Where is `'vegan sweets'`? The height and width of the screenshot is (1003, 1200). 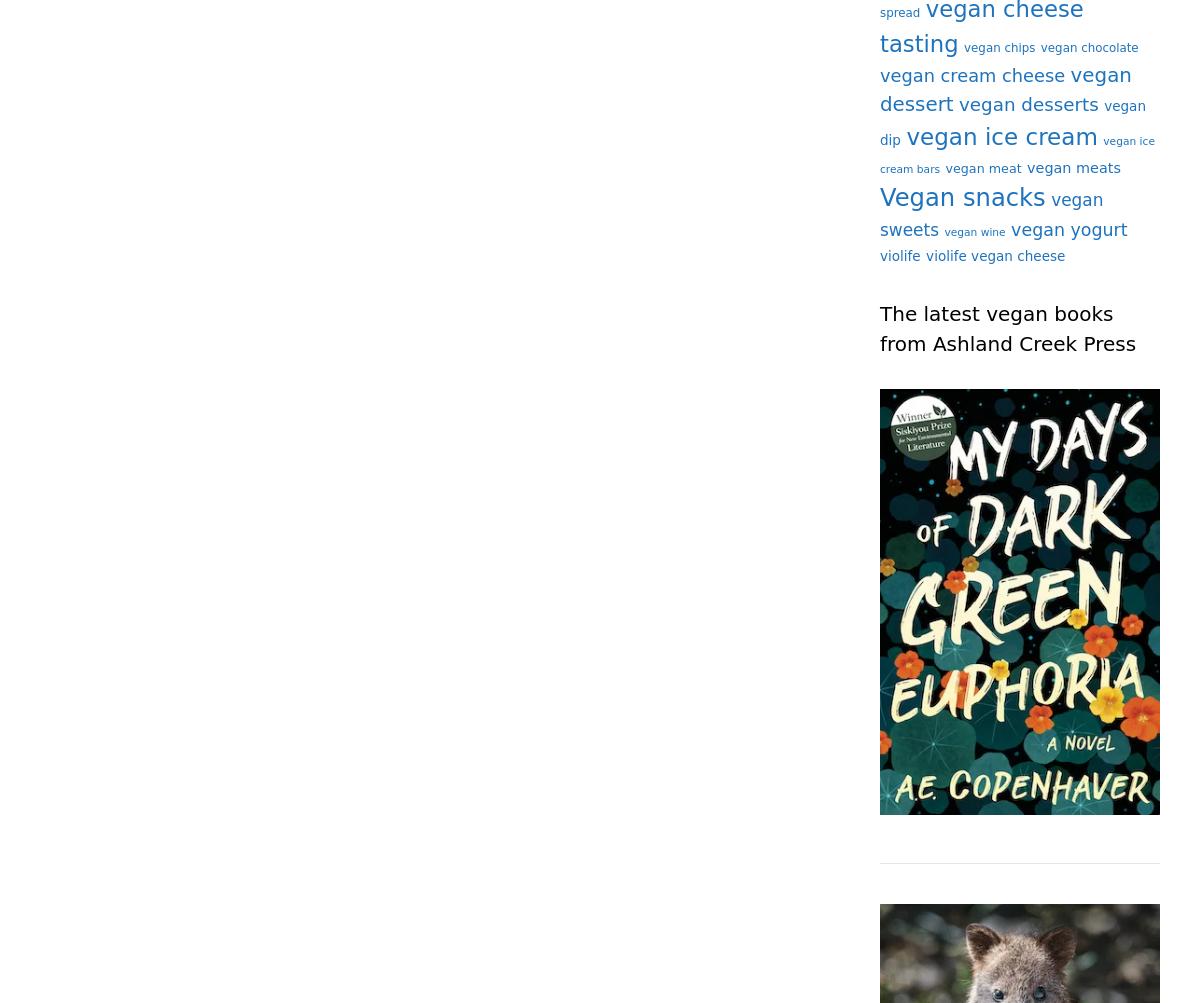 'vegan sweets' is located at coordinates (991, 214).